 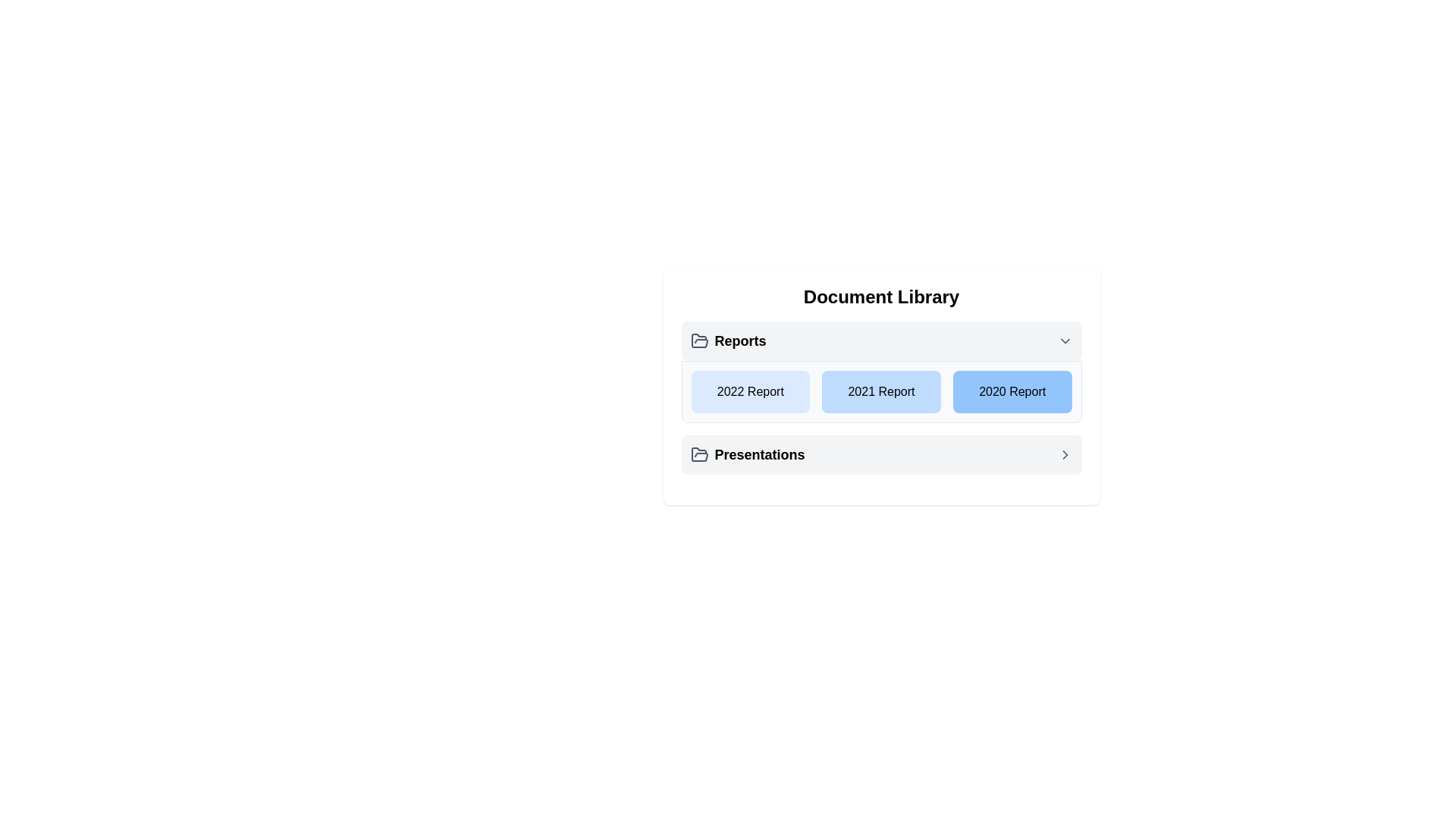 I want to click on the open folder icon located to the left of the 'Presentations' text label, so click(x=698, y=454).